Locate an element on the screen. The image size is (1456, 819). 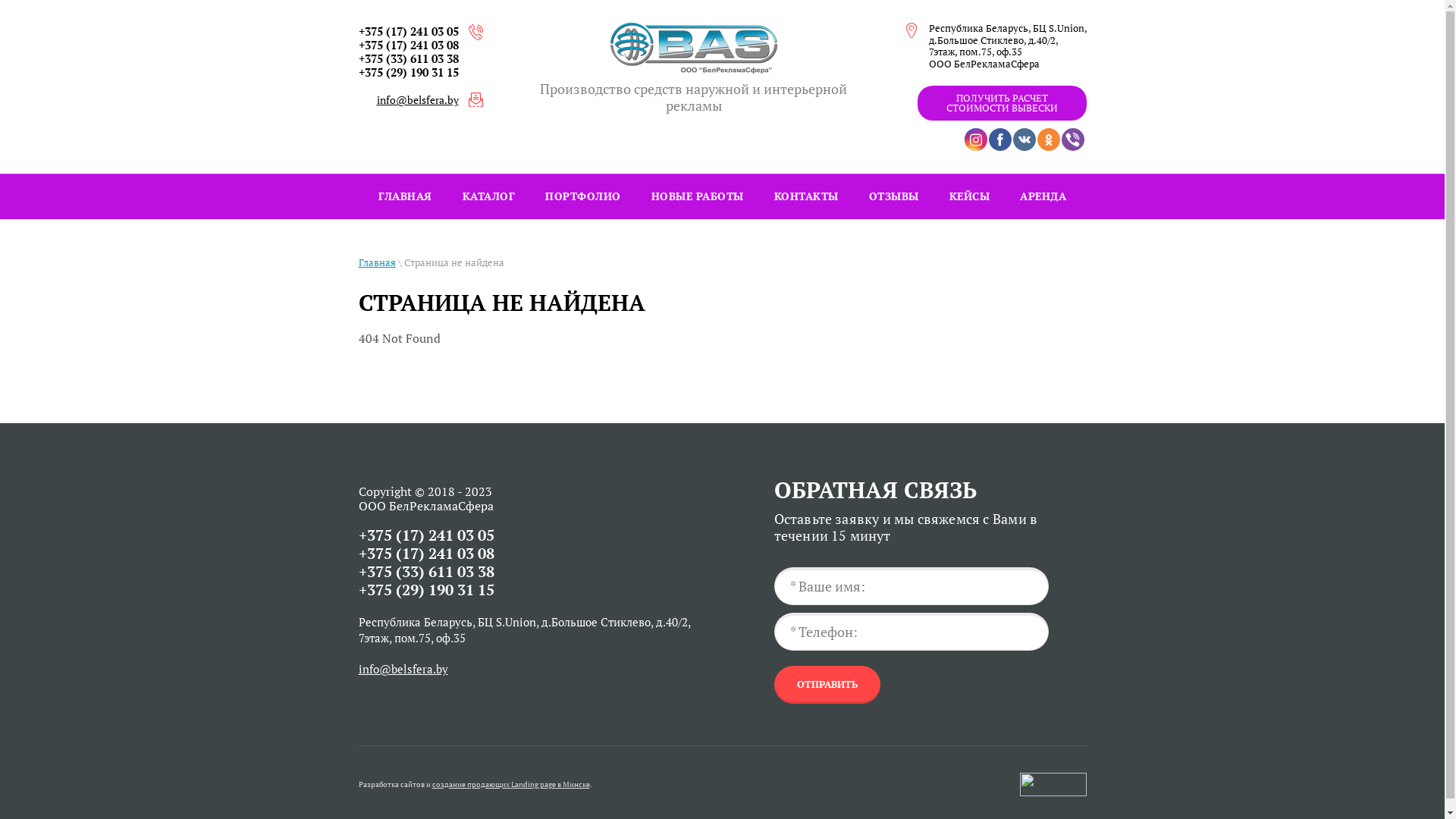
'+375 (29) 190 31 15' is located at coordinates (425, 588).